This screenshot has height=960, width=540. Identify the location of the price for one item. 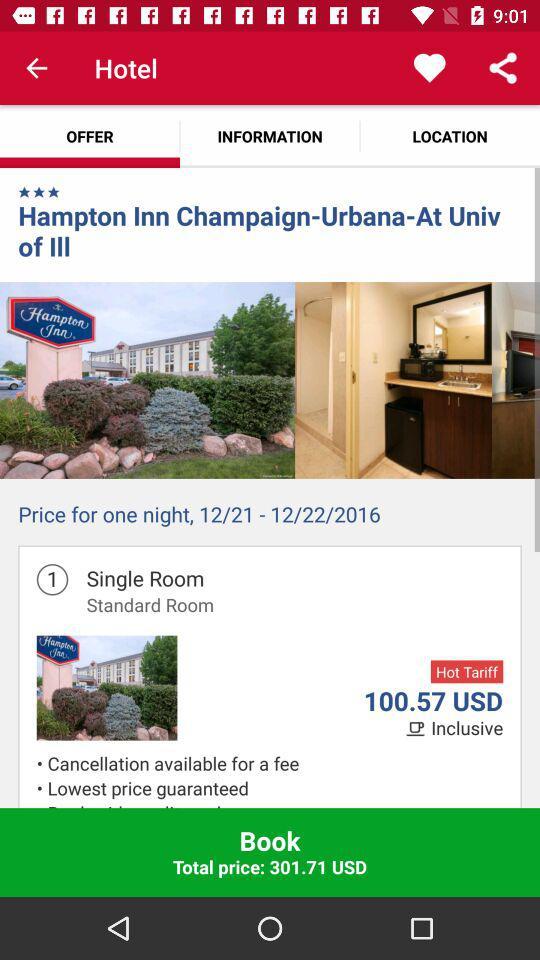
(270, 518).